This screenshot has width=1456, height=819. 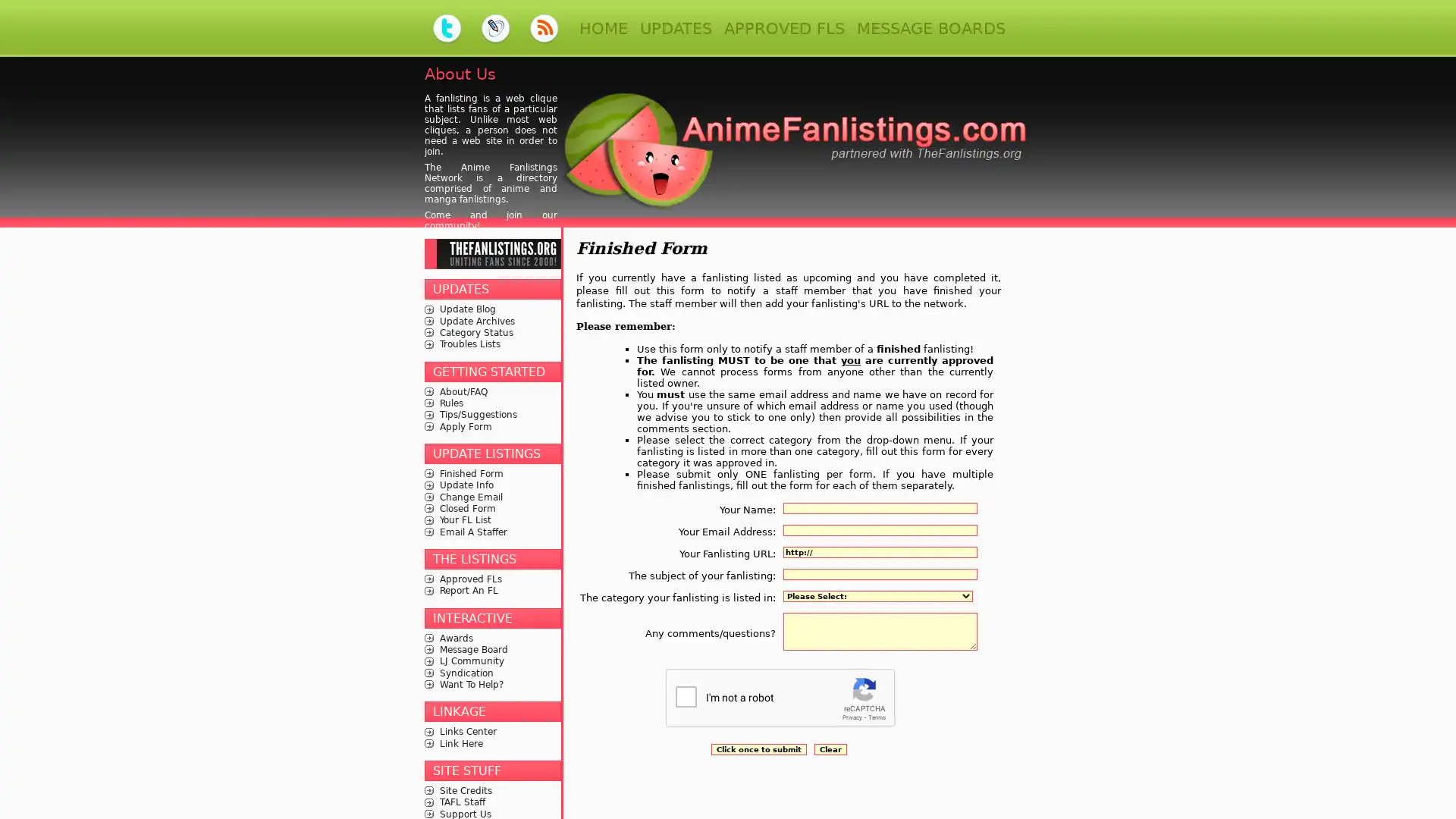 What do you see at coordinates (829, 748) in the screenshot?
I see `Clear` at bounding box center [829, 748].